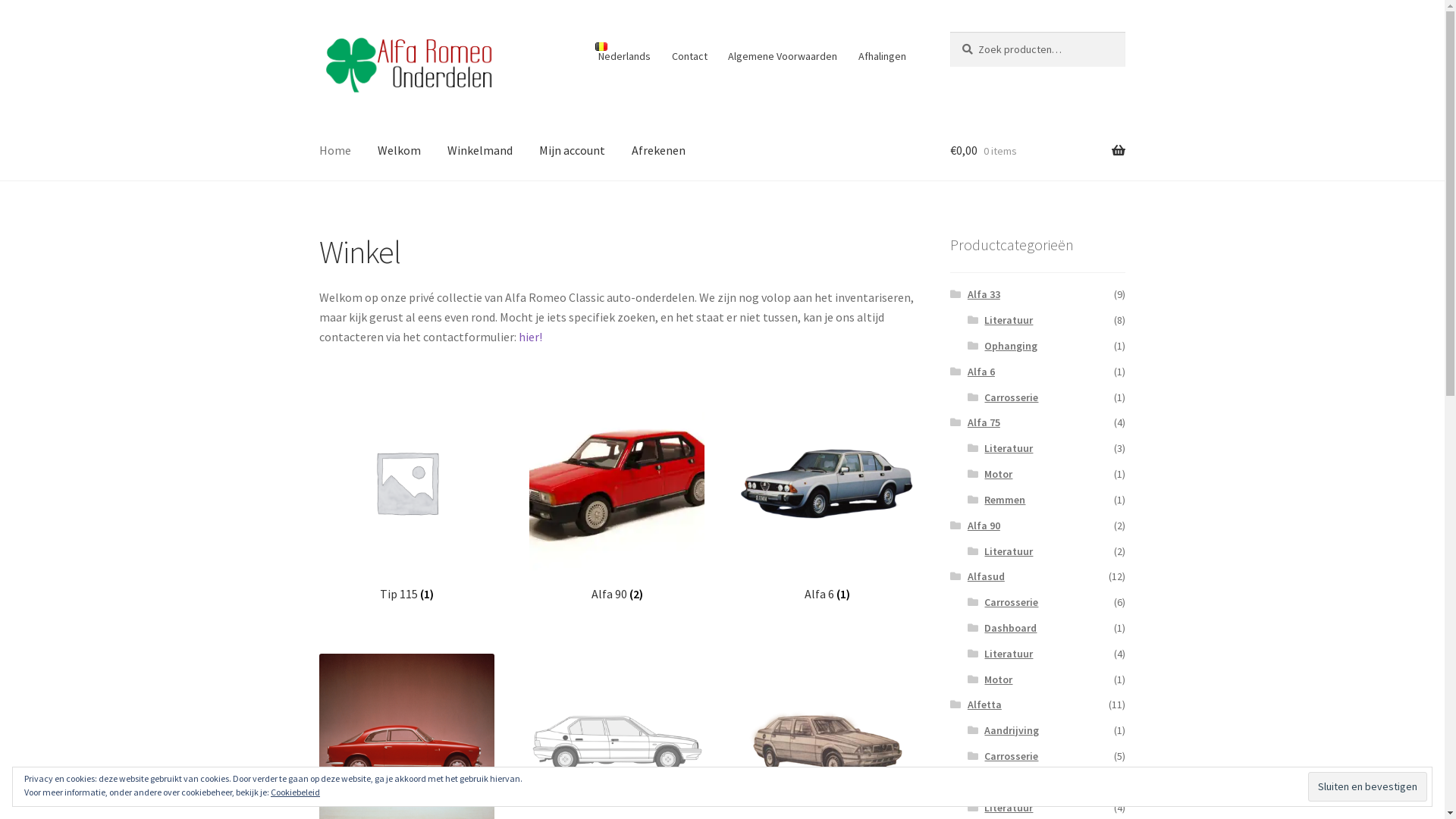 This screenshot has height=819, width=1456. Describe the element at coordinates (1367, 786) in the screenshot. I see `'Sluiten en bevestigen'` at that location.